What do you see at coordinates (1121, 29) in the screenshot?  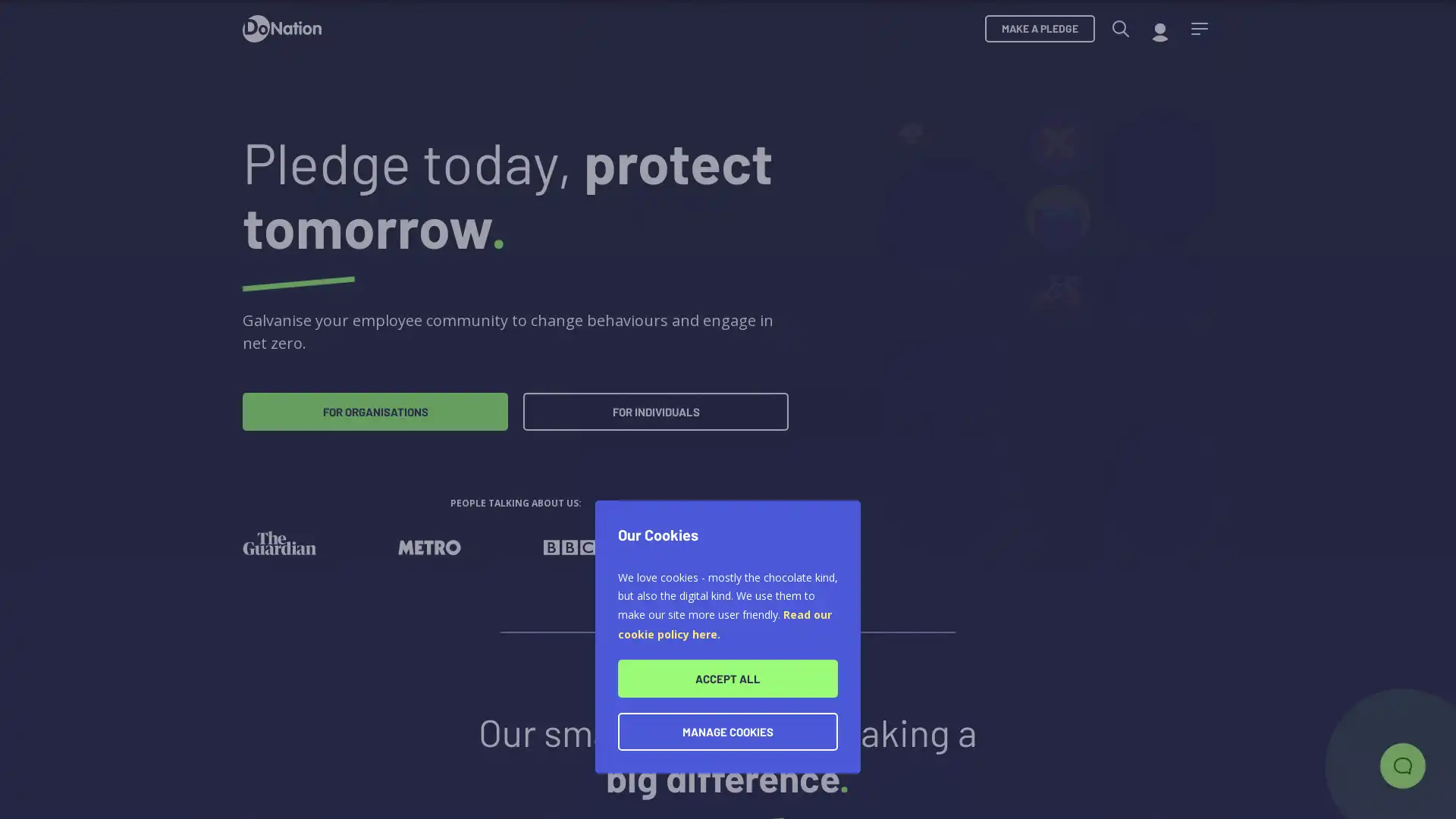 I see `Search` at bounding box center [1121, 29].